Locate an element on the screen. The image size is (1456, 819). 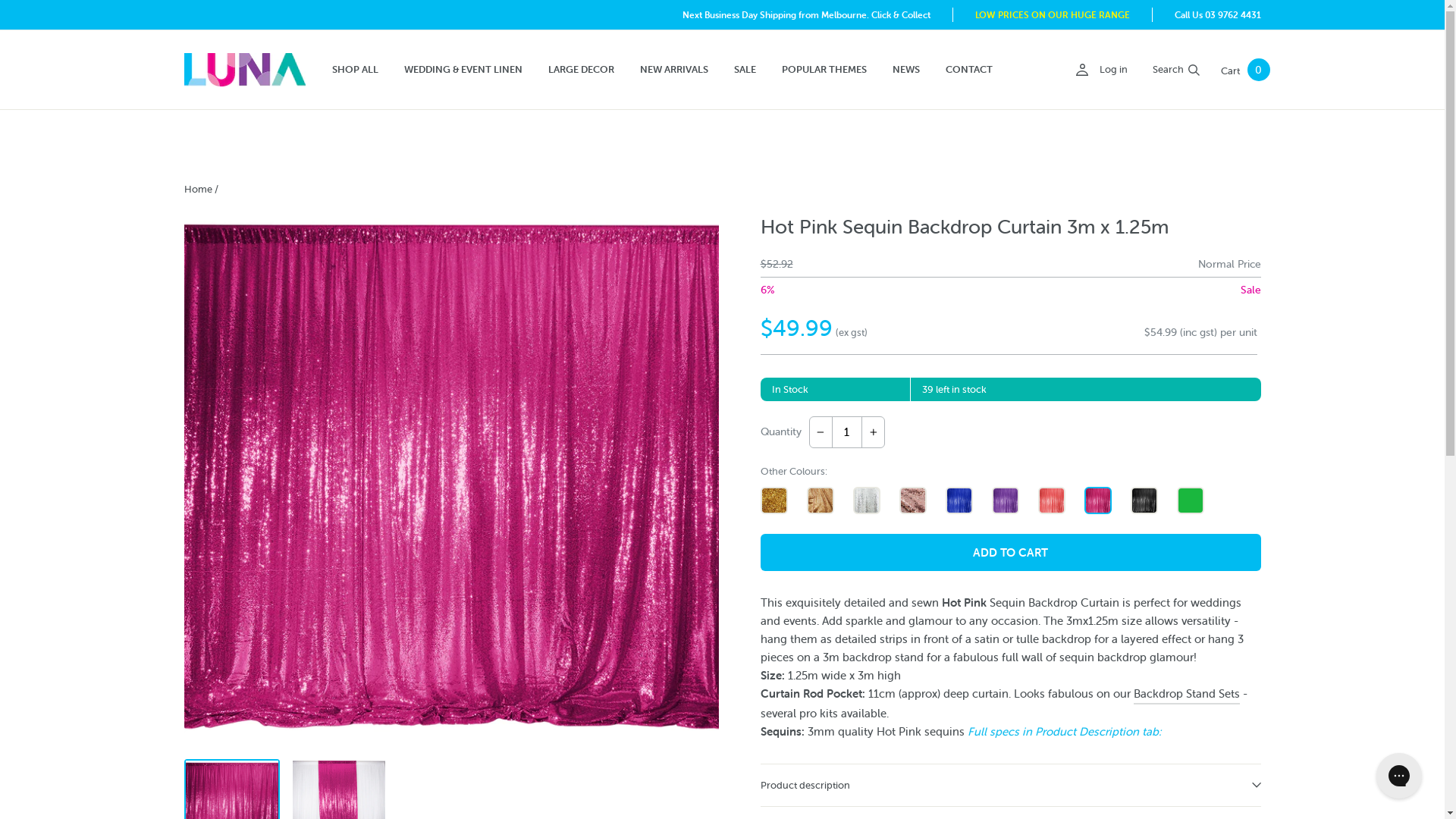
'CONTACT' is located at coordinates (968, 70).